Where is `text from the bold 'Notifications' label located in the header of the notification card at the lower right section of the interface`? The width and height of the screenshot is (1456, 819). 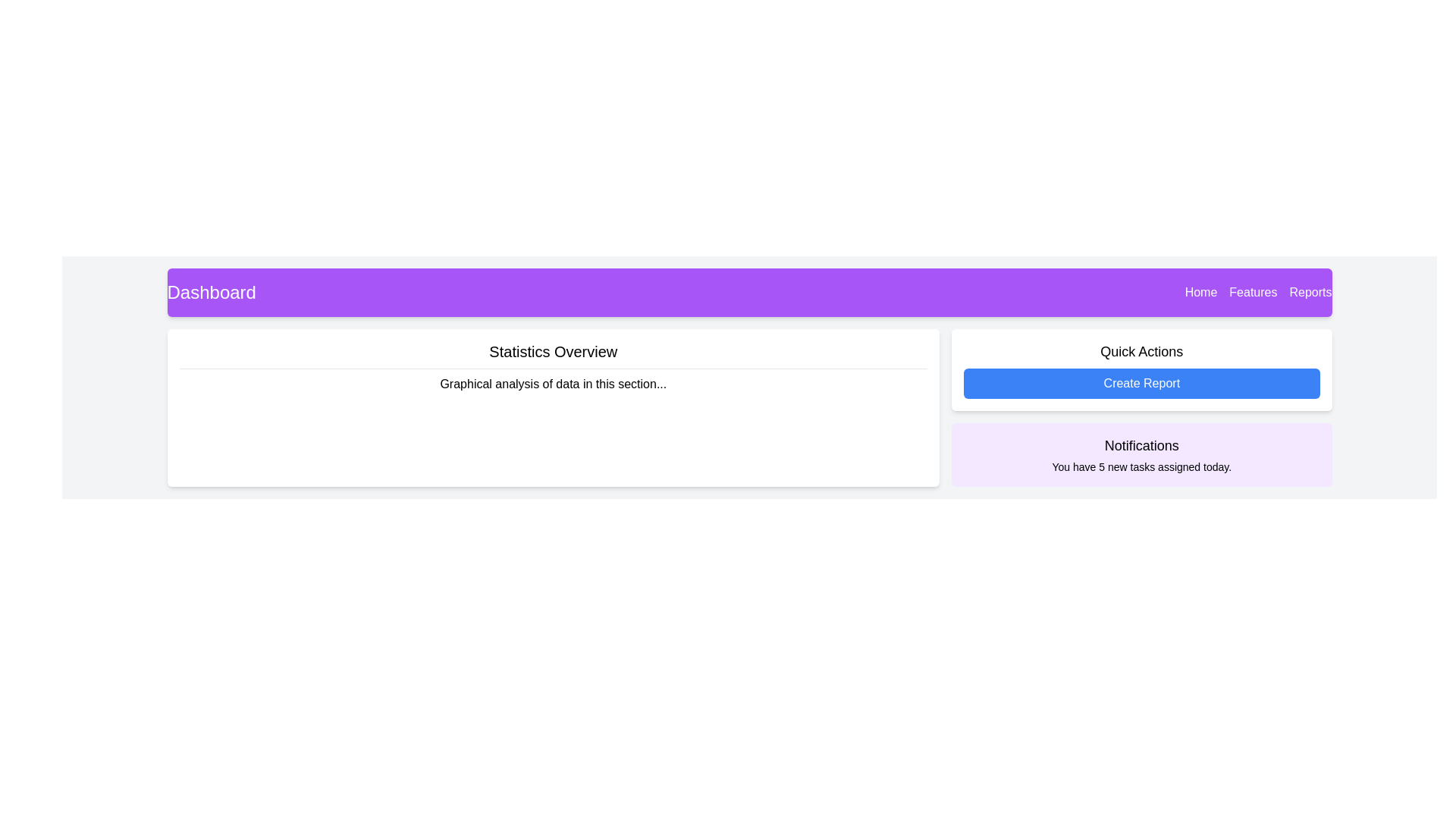
text from the bold 'Notifications' label located in the header of the notification card at the lower right section of the interface is located at coordinates (1141, 444).